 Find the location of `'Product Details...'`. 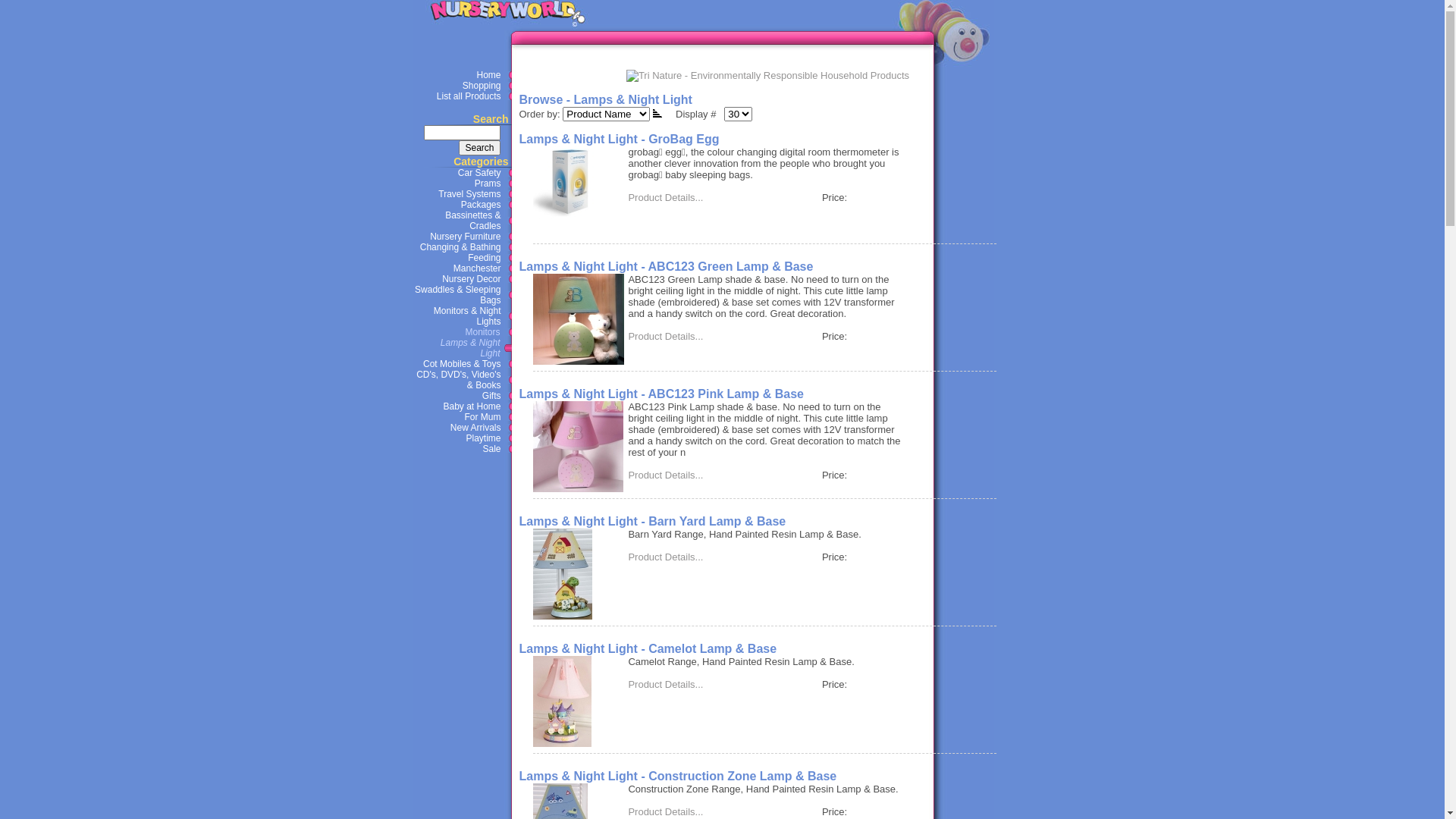

'Product Details...' is located at coordinates (665, 196).